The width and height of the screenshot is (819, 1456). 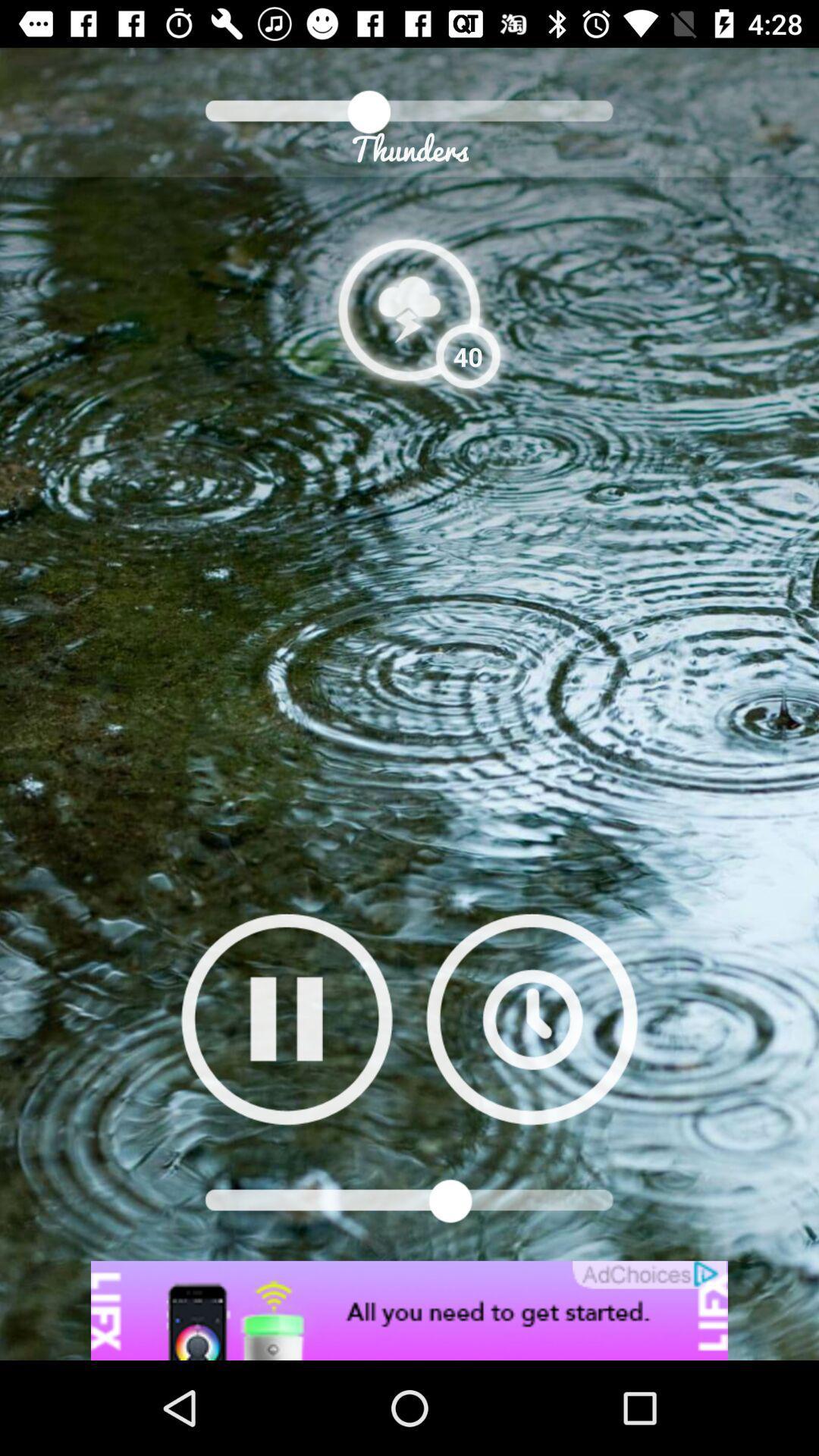 I want to click on advertisement, so click(x=409, y=1310).